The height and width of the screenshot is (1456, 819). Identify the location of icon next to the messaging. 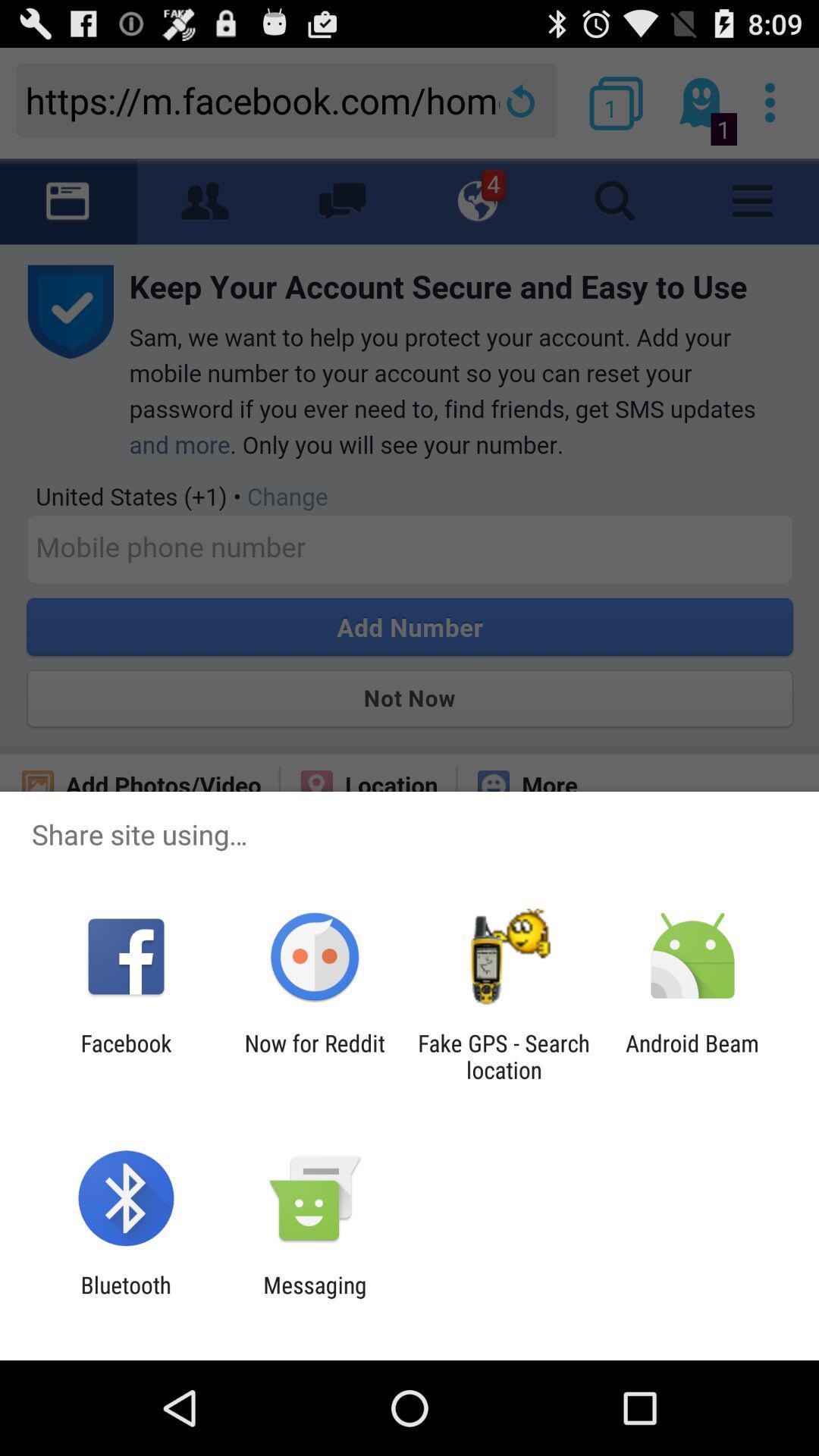
(125, 1298).